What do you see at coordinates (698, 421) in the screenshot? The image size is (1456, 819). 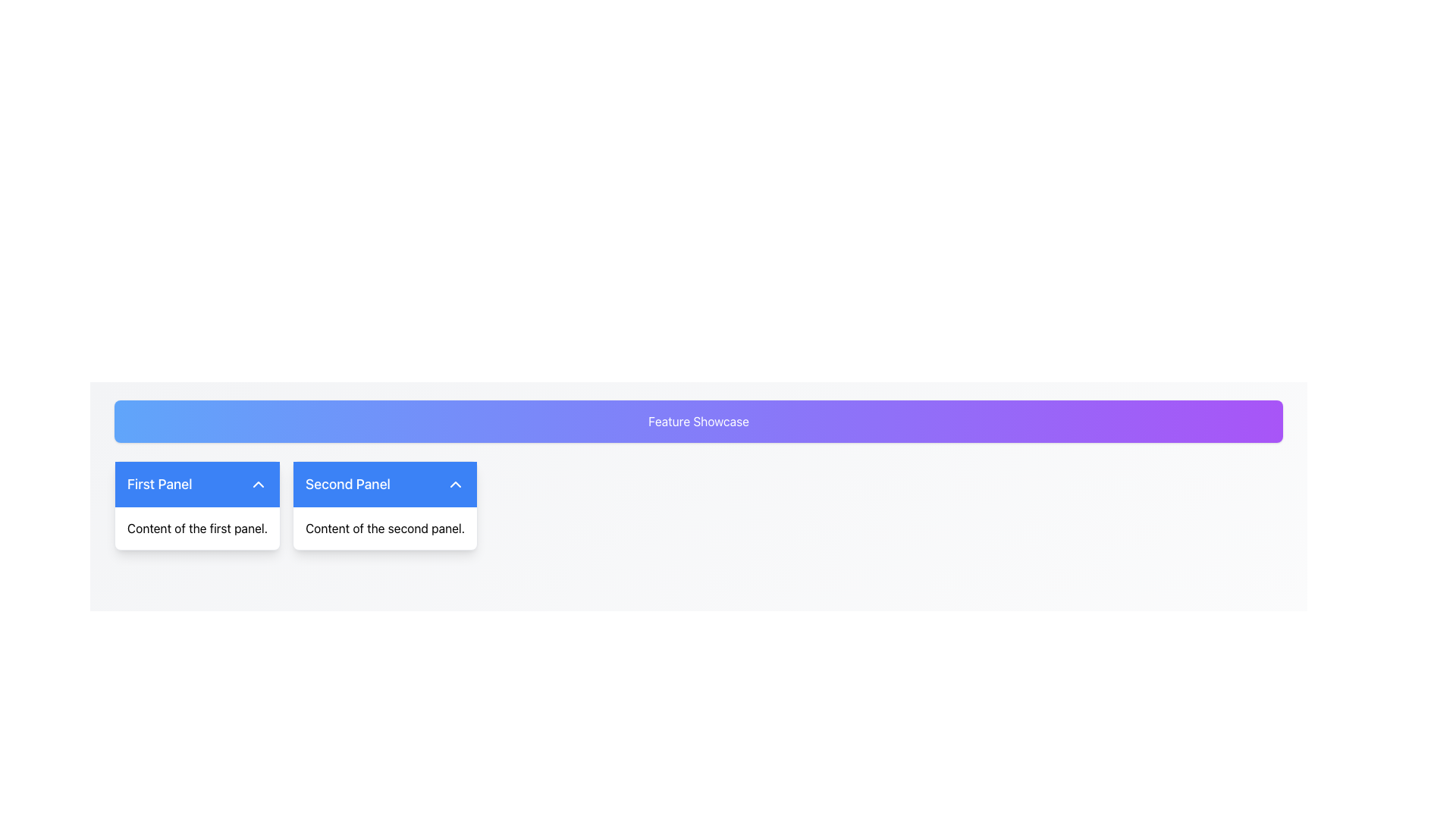 I see `the Text Banner that features a gradient background from blue to purple and displays the centered white text 'Feature Showcase'` at bounding box center [698, 421].